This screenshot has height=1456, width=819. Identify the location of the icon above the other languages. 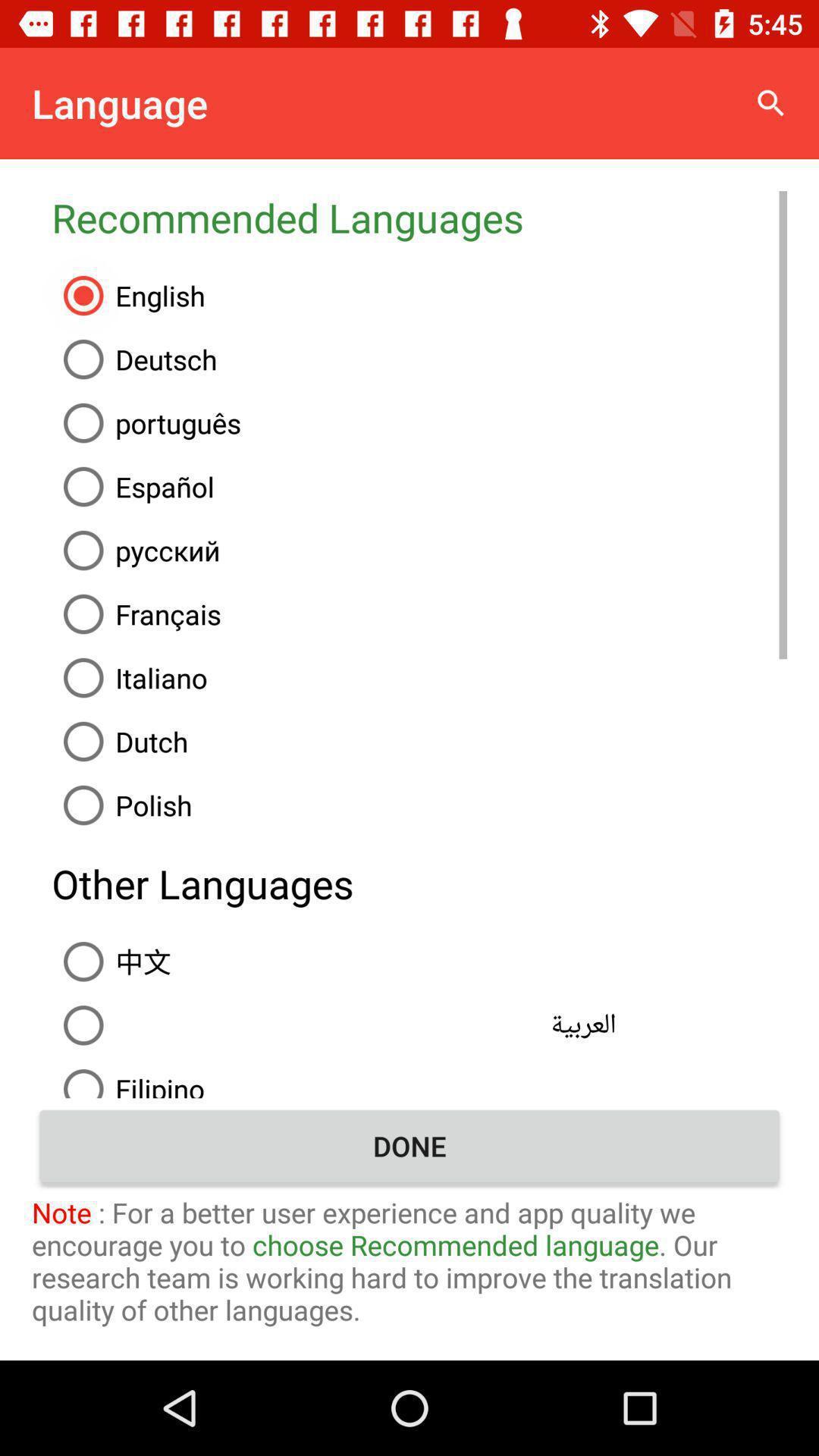
(419, 804).